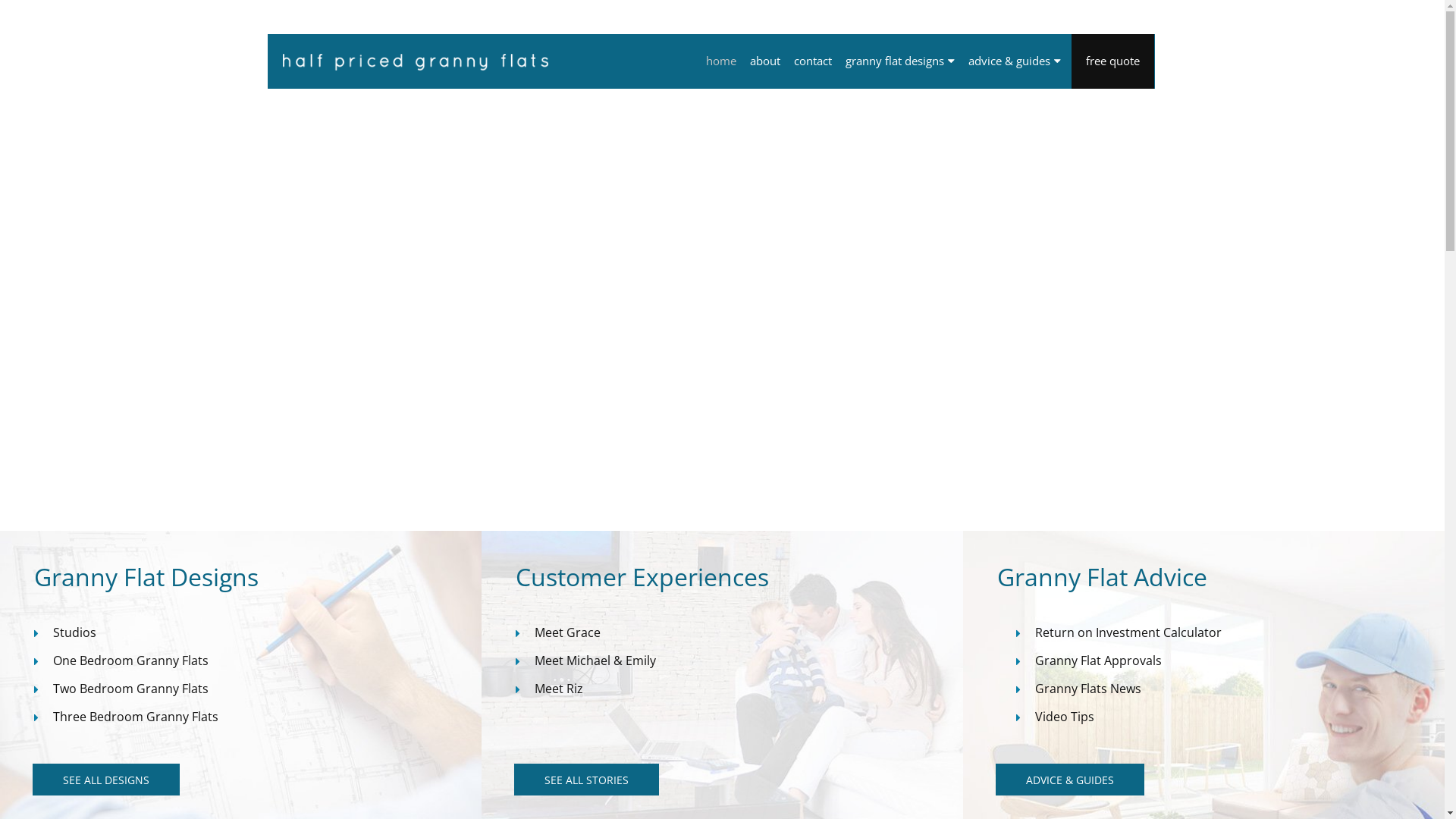 The height and width of the screenshot is (819, 1456). What do you see at coordinates (1087, 688) in the screenshot?
I see `'Granny Flats News'` at bounding box center [1087, 688].